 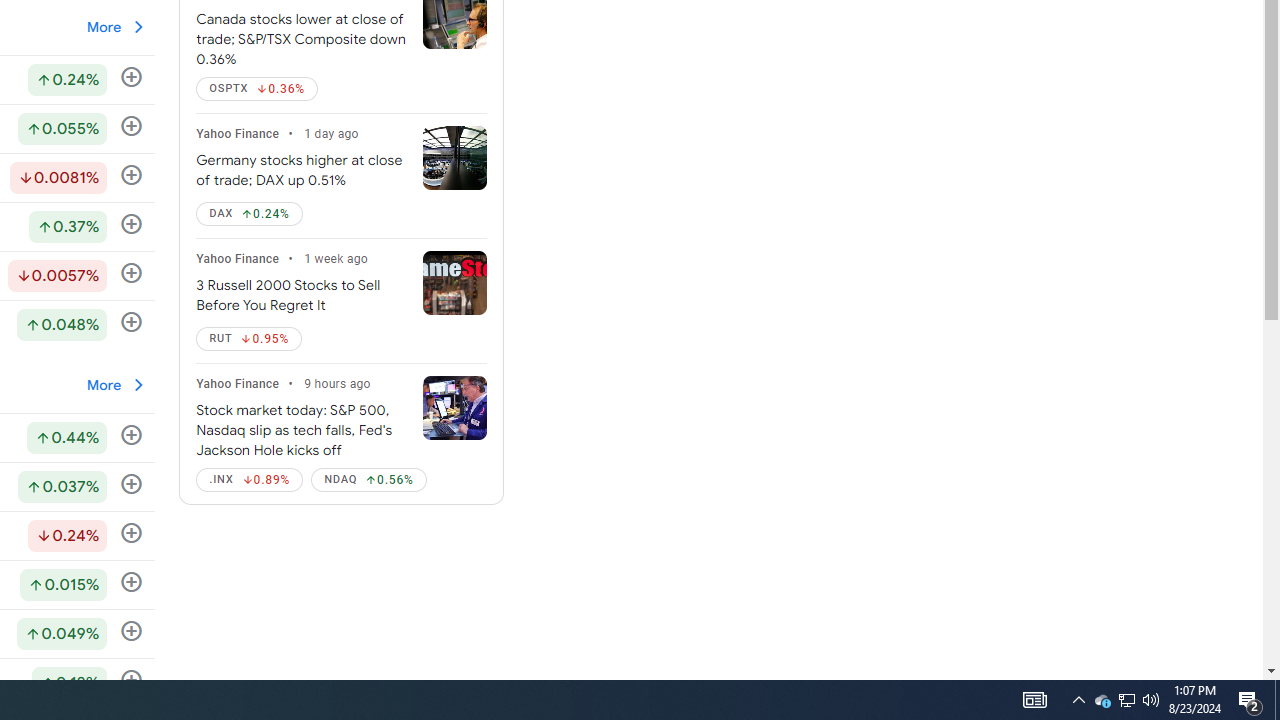 What do you see at coordinates (248, 214) in the screenshot?
I see `'DAX Up by 0.24%'` at bounding box center [248, 214].